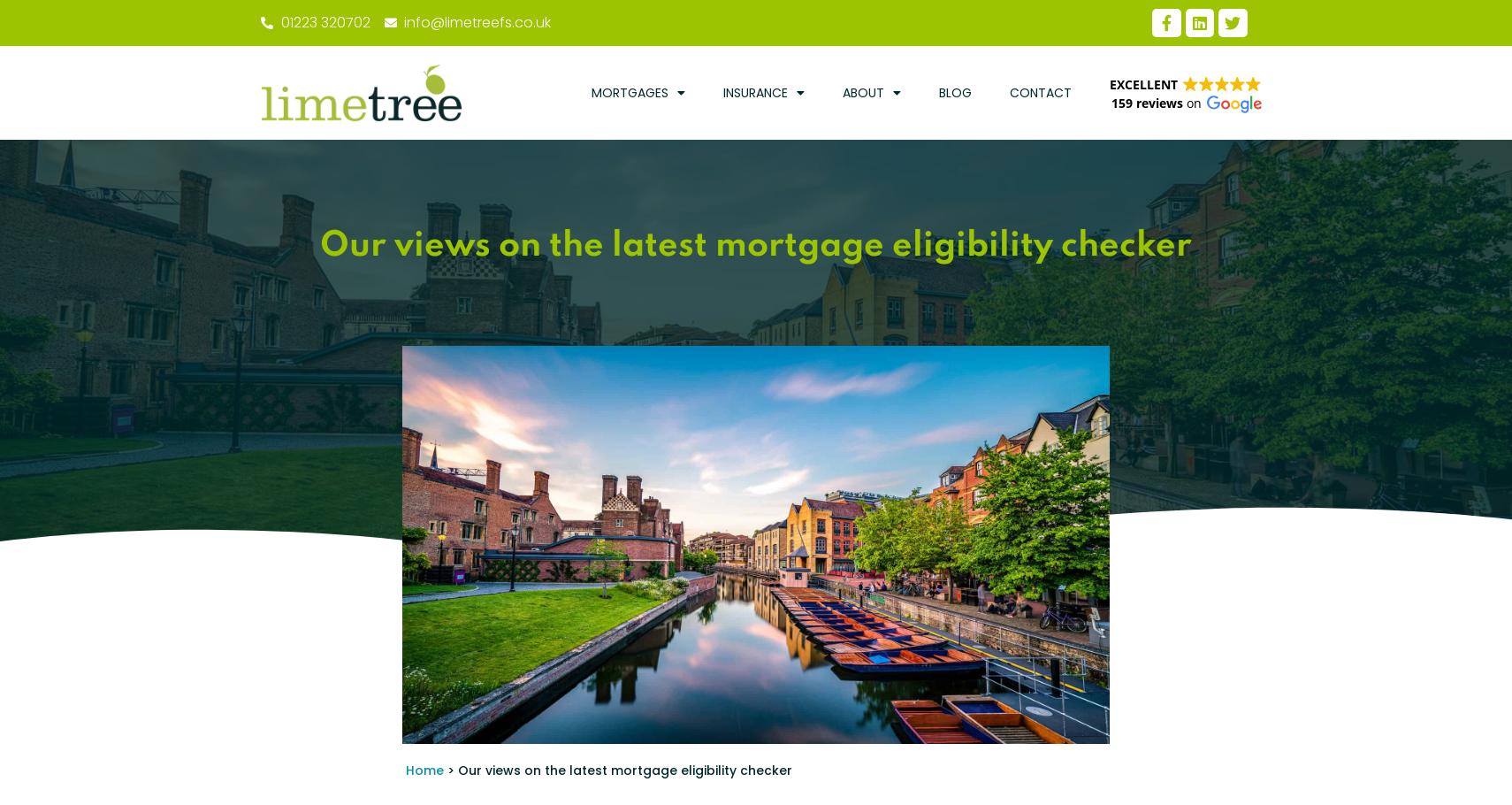  What do you see at coordinates (704, 747) in the screenshot?
I see `'October 21, 2023'` at bounding box center [704, 747].